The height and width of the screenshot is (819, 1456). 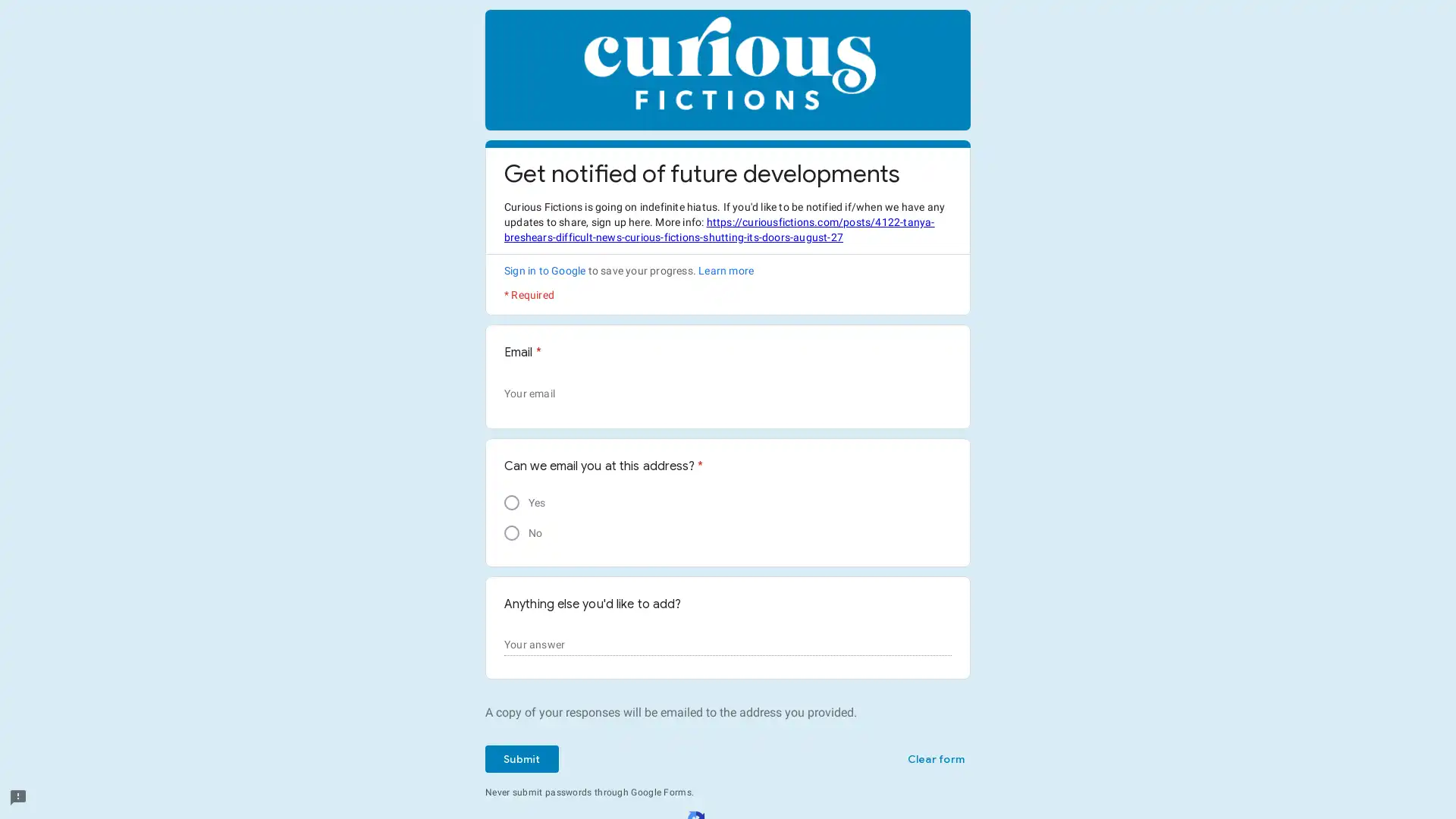 I want to click on Learn more, so click(x=725, y=270).